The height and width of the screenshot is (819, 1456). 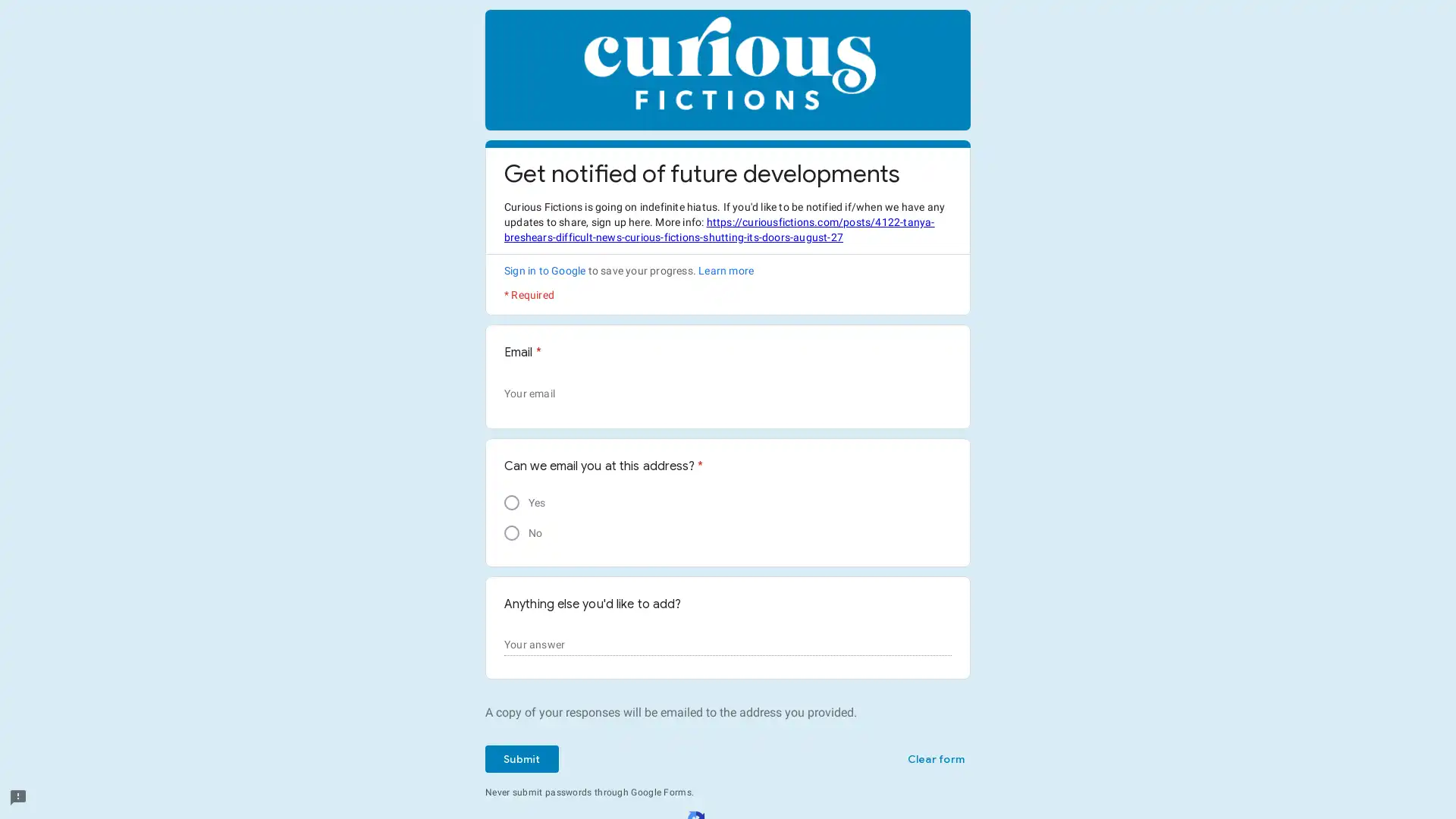 I want to click on Learn more, so click(x=725, y=270).